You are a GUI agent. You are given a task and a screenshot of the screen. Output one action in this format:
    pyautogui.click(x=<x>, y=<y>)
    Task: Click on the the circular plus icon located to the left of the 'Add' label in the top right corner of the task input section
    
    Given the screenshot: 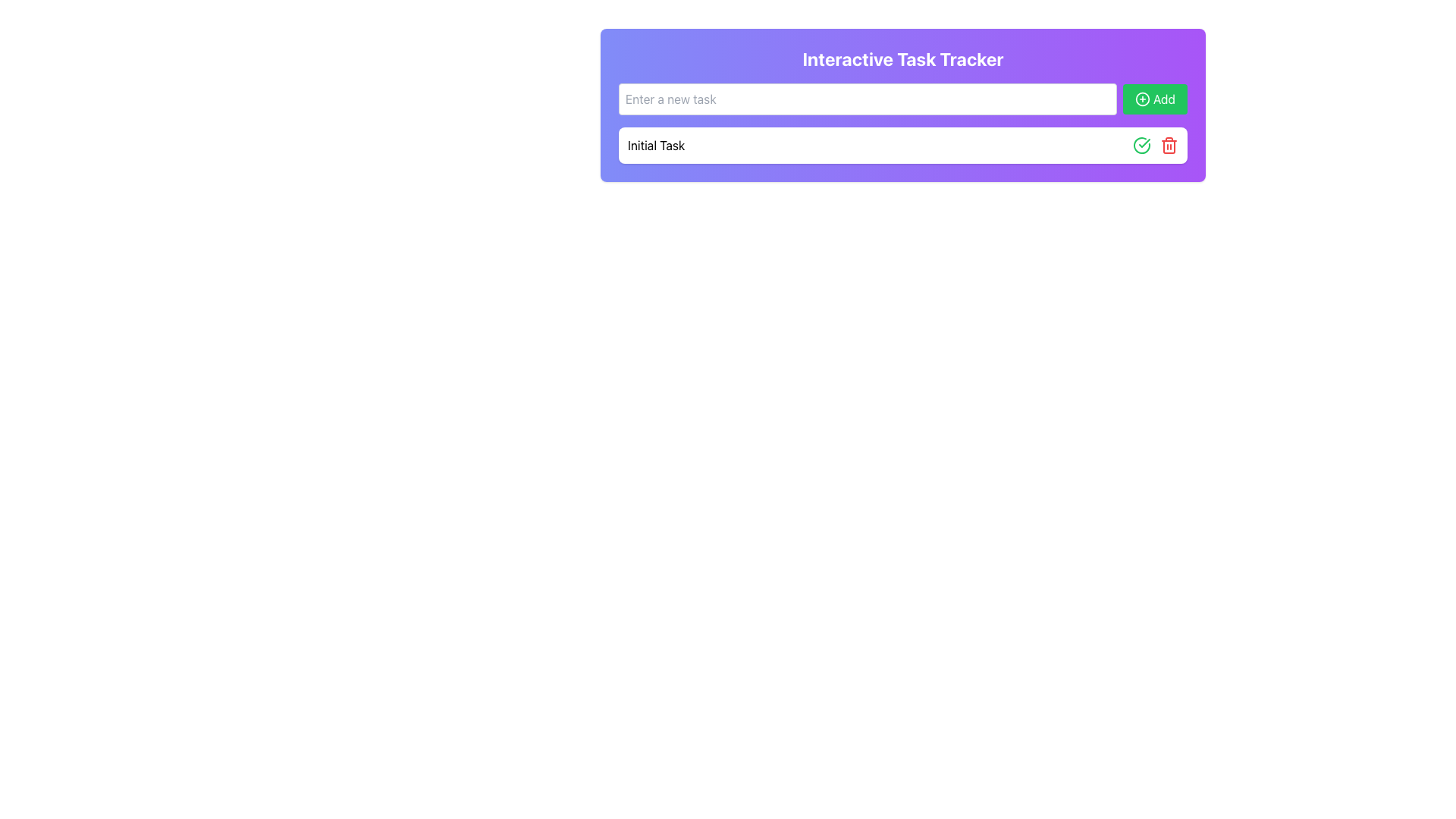 What is the action you would take?
    pyautogui.click(x=1143, y=99)
    